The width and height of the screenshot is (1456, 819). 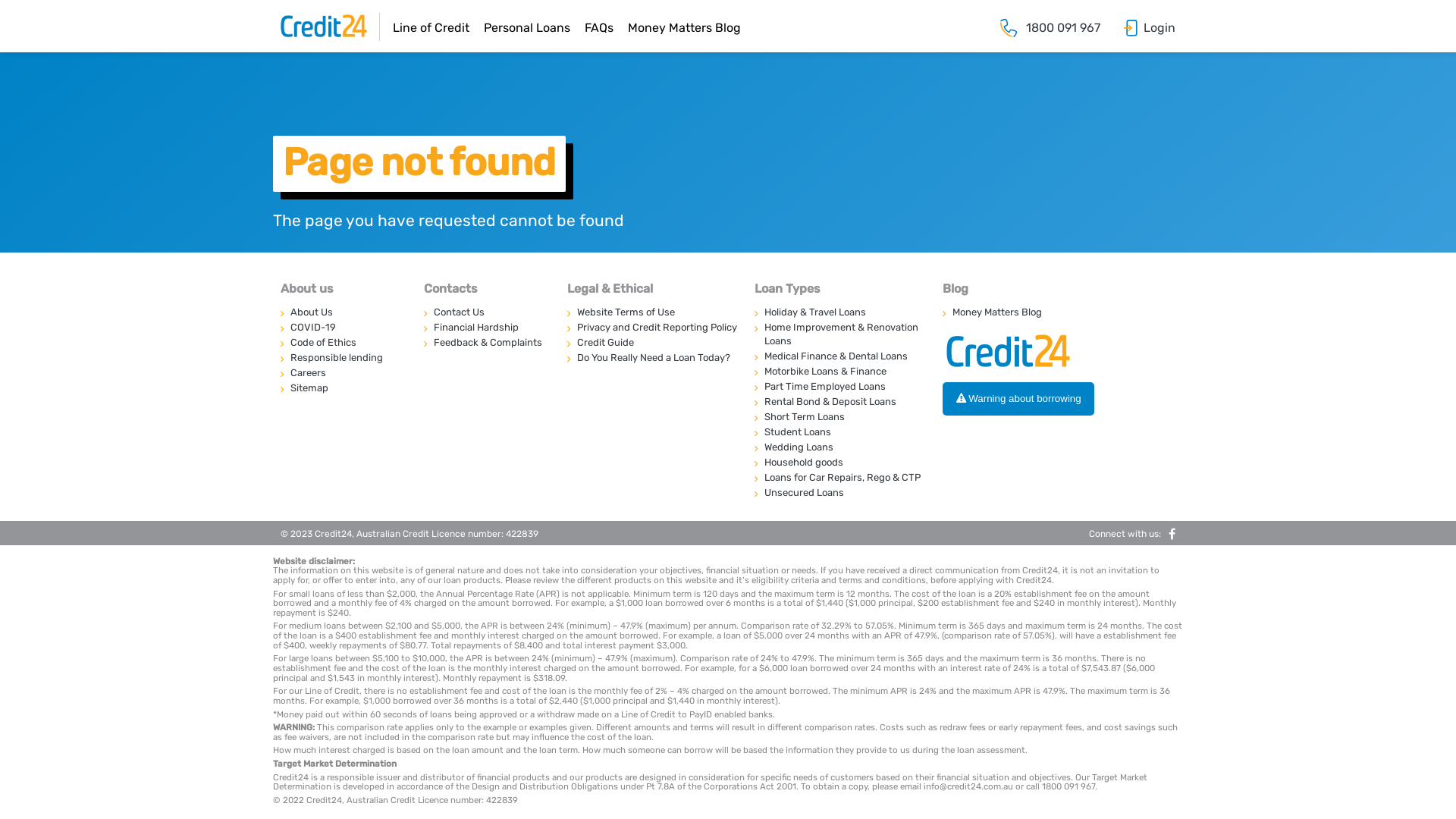 What do you see at coordinates (683, 27) in the screenshot?
I see `'Money Matters Blog'` at bounding box center [683, 27].